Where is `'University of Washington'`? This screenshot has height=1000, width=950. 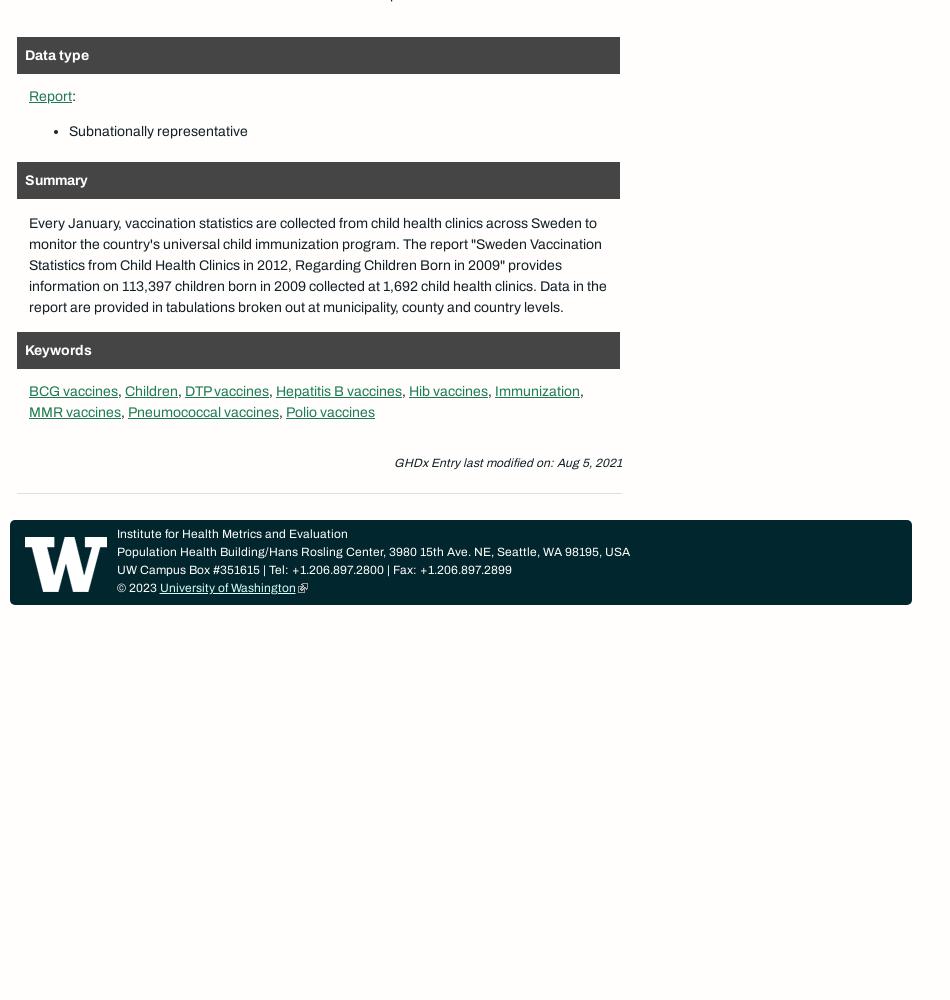
'University of Washington' is located at coordinates (159, 587).